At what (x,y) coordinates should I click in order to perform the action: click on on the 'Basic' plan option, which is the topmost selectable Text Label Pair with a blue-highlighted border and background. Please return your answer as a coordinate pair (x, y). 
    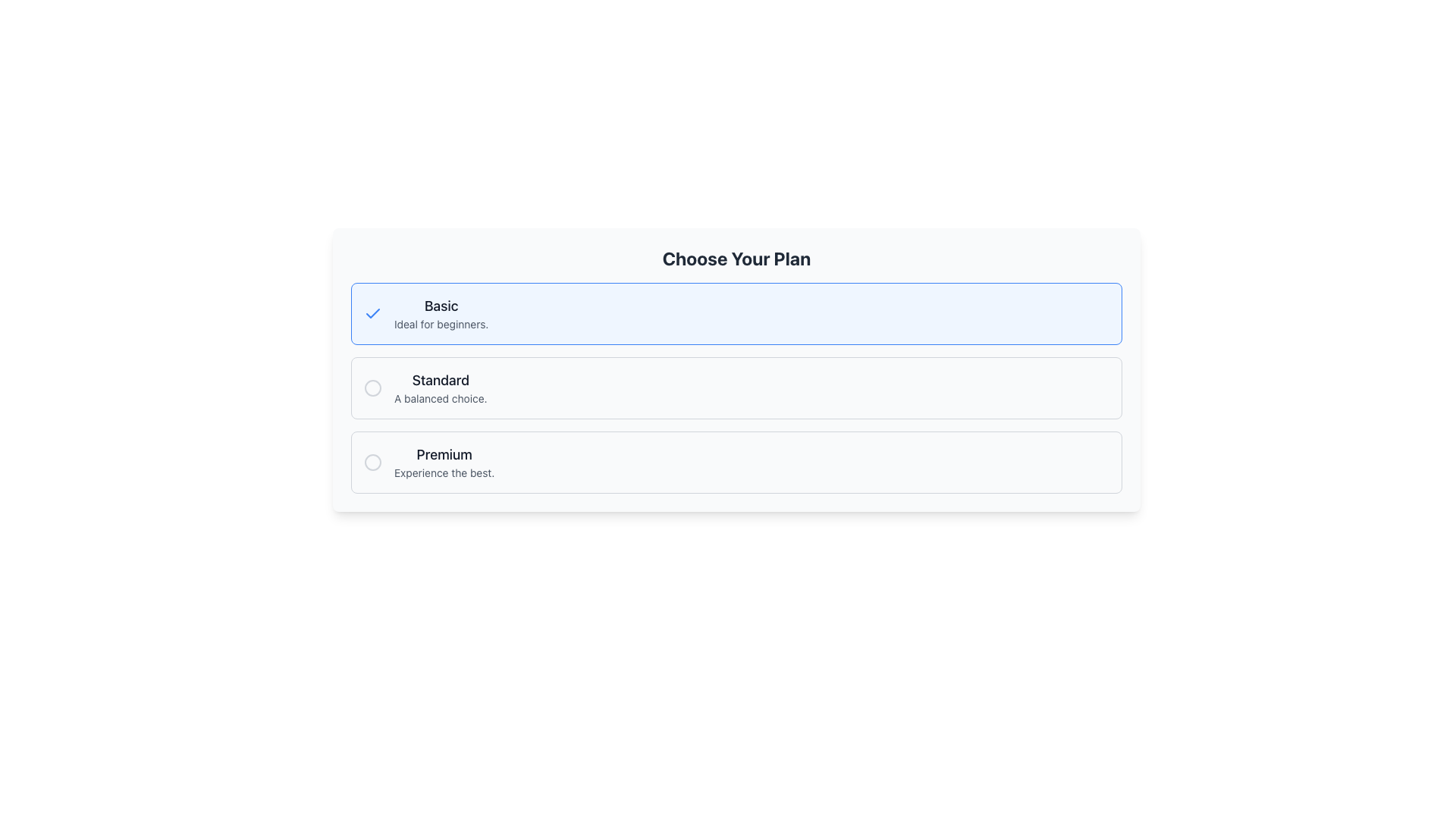
    Looking at the image, I should click on (440, 312).